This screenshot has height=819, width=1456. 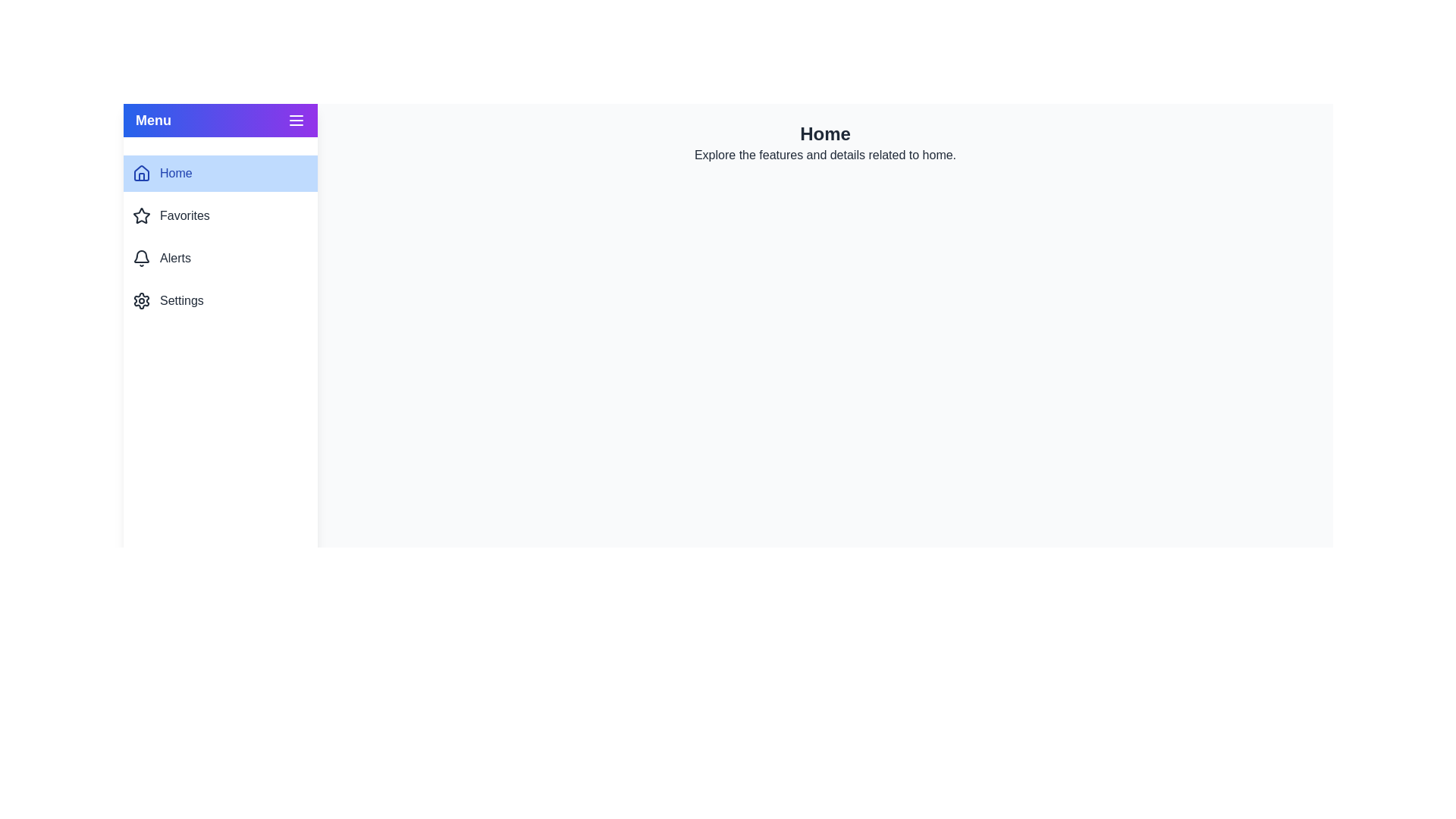 I want to click on the gear-shaped icon associated with settings for accessibility interaction, so click(x=142, y=301).